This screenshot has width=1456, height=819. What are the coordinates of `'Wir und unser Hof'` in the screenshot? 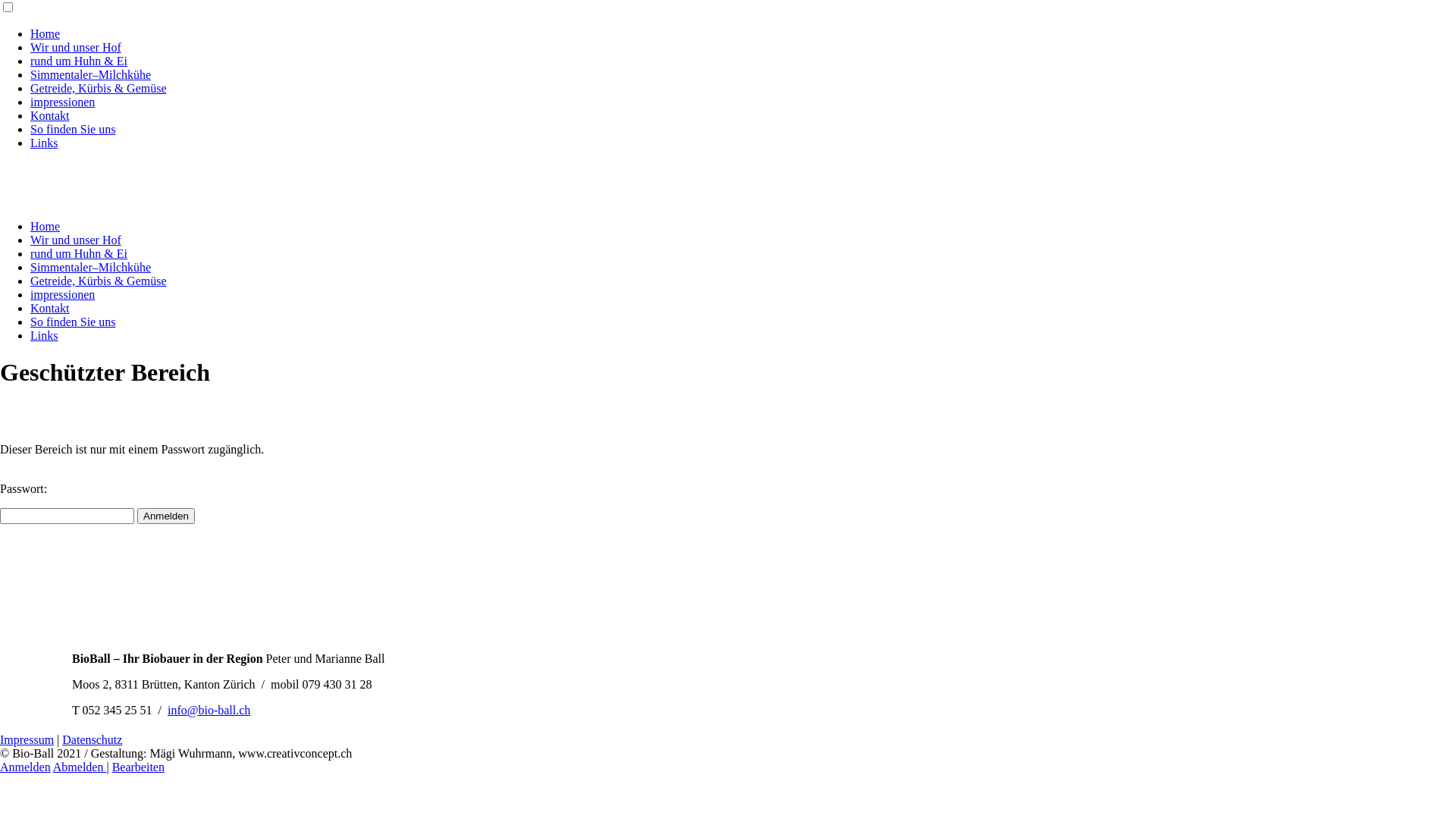 It's located at (30, 239).